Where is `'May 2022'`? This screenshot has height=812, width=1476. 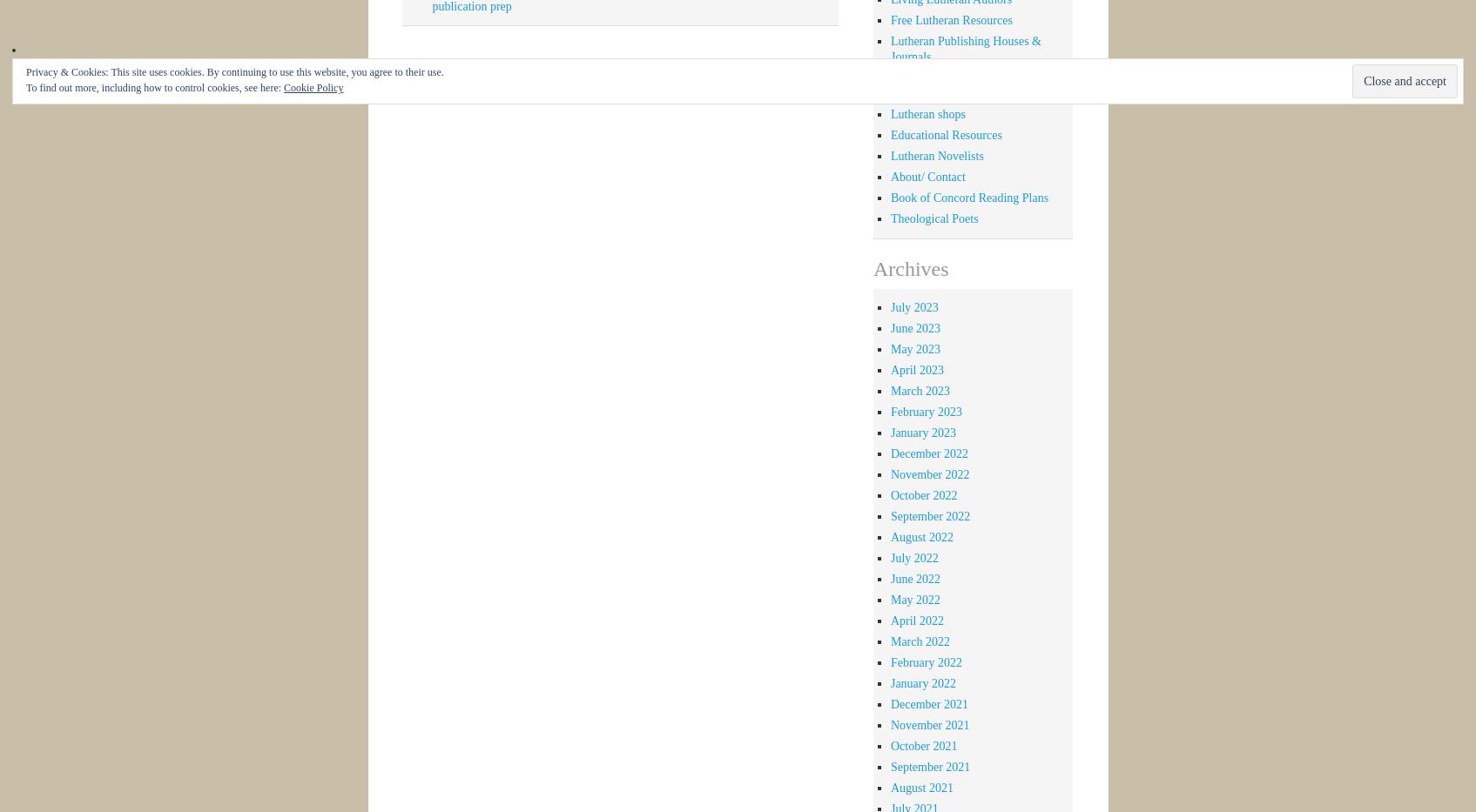
'May 2022' is located at coordinates (915, 599).